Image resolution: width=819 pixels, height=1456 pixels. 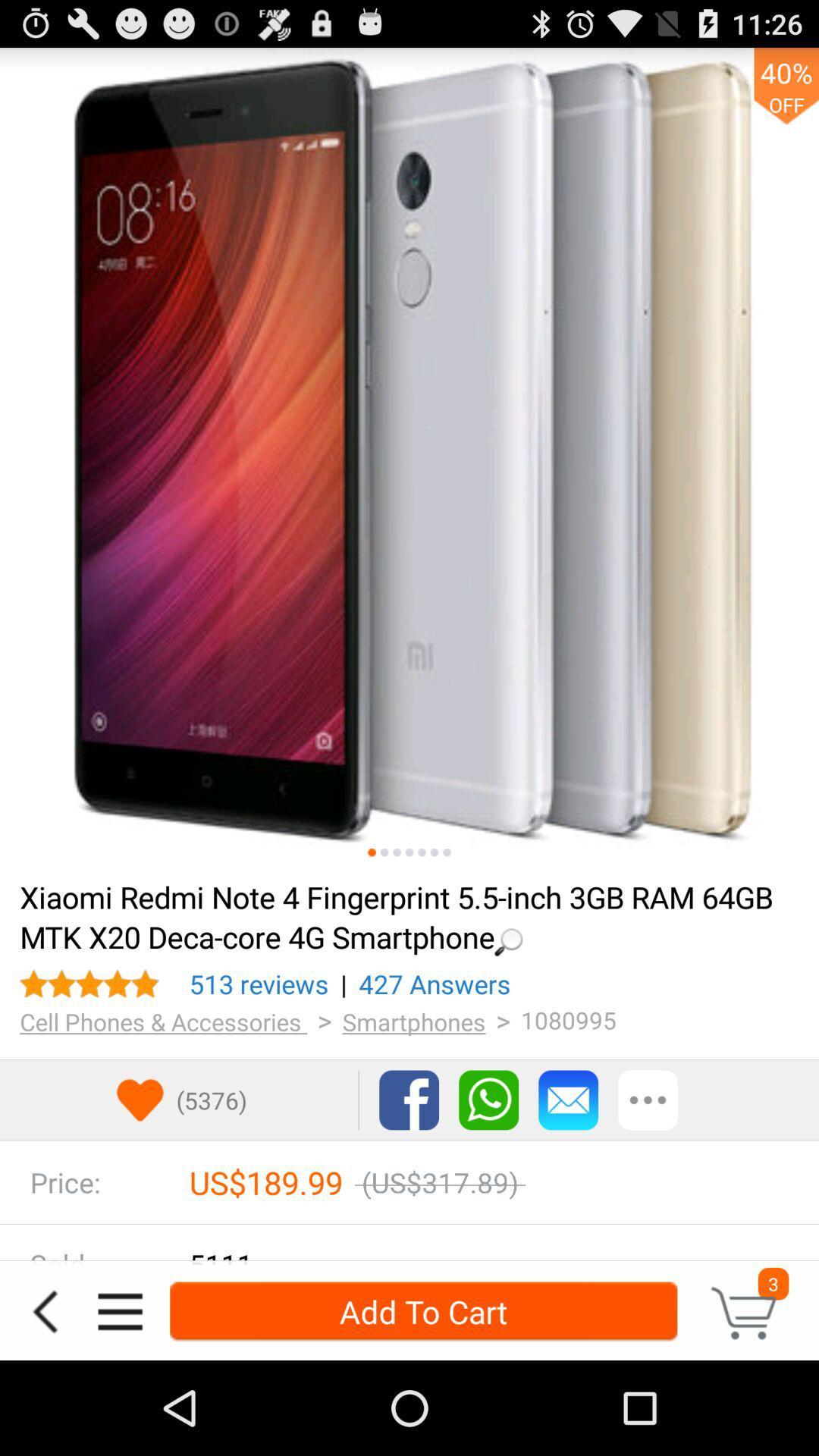 What do you see at coordinates (119, 1310) in the screenshot?
I see `menu` at bounding box center [119, 1310].